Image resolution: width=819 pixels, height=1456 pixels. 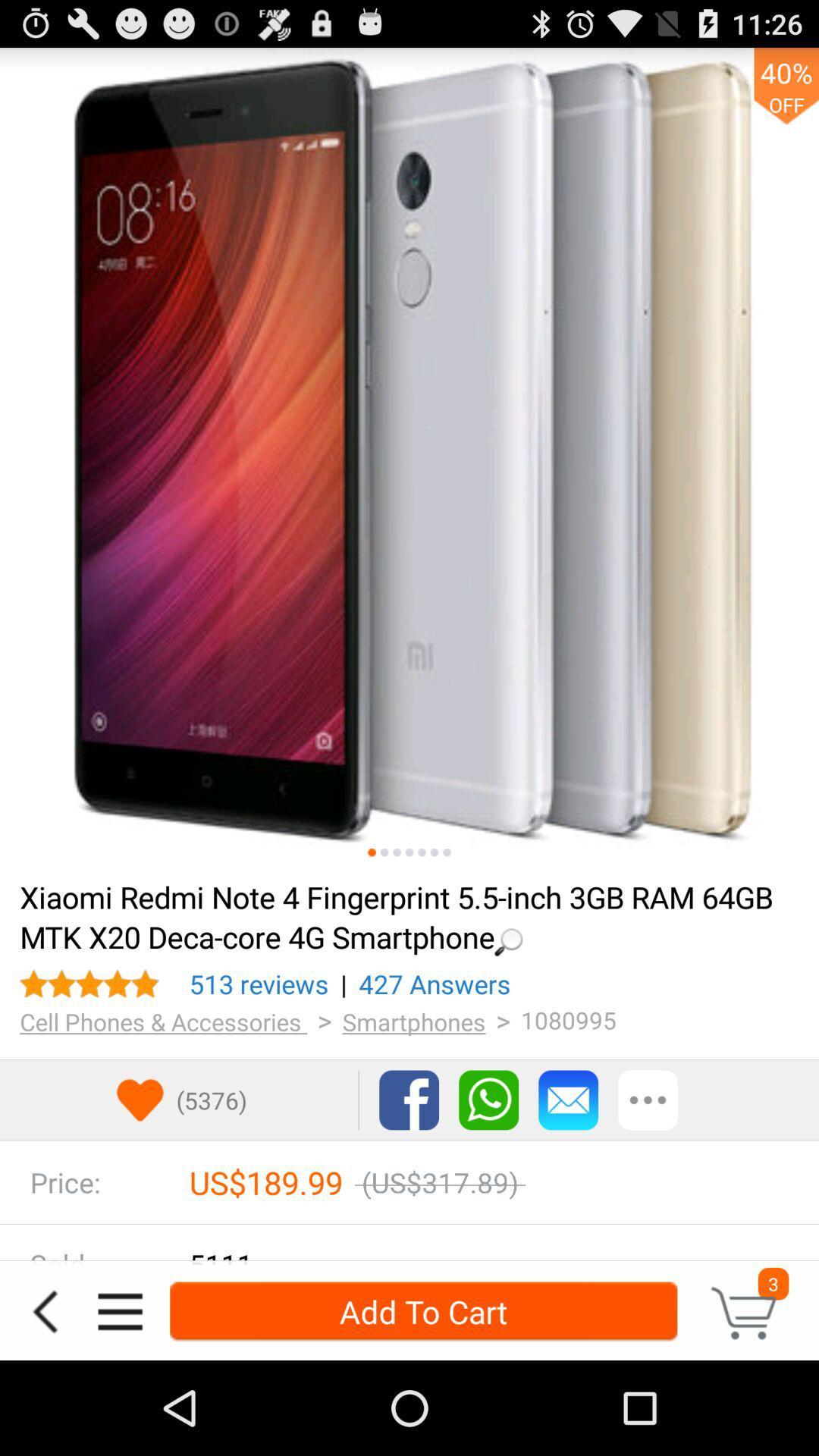 What do you see at coordinates (119, 1310) in the screenshot?
I see `menu` at bounding box center [119, 1310].